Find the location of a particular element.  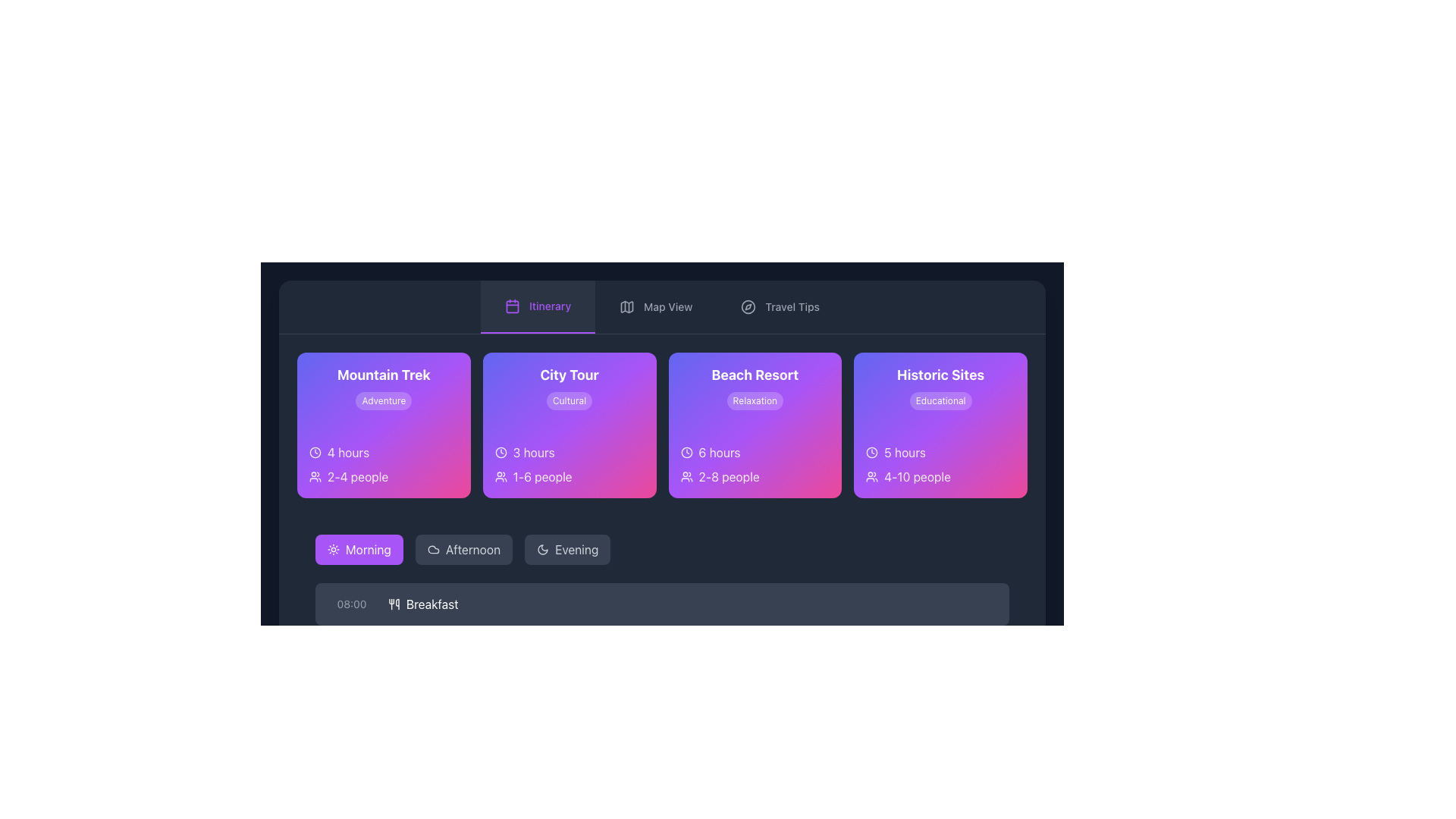

the 'Morning' button, which is a rounded rectangular button with a purple background and white text is located at coordinates (358, 550).